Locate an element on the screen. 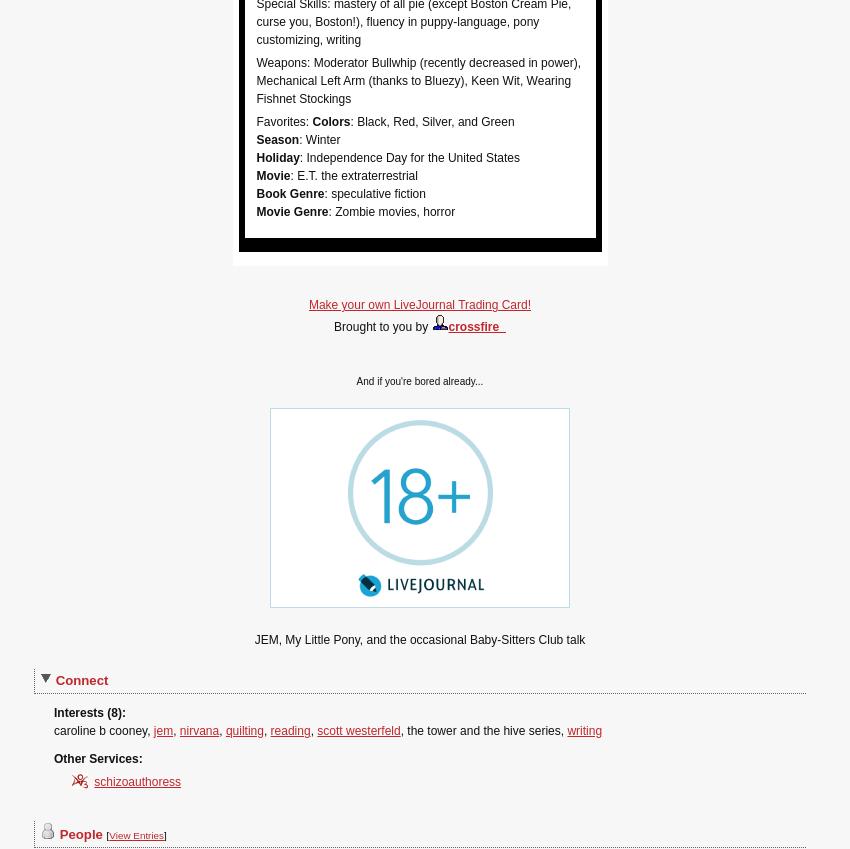 The image size is (850, 849). 'Favorites:' is located at coordinates (282, 119).